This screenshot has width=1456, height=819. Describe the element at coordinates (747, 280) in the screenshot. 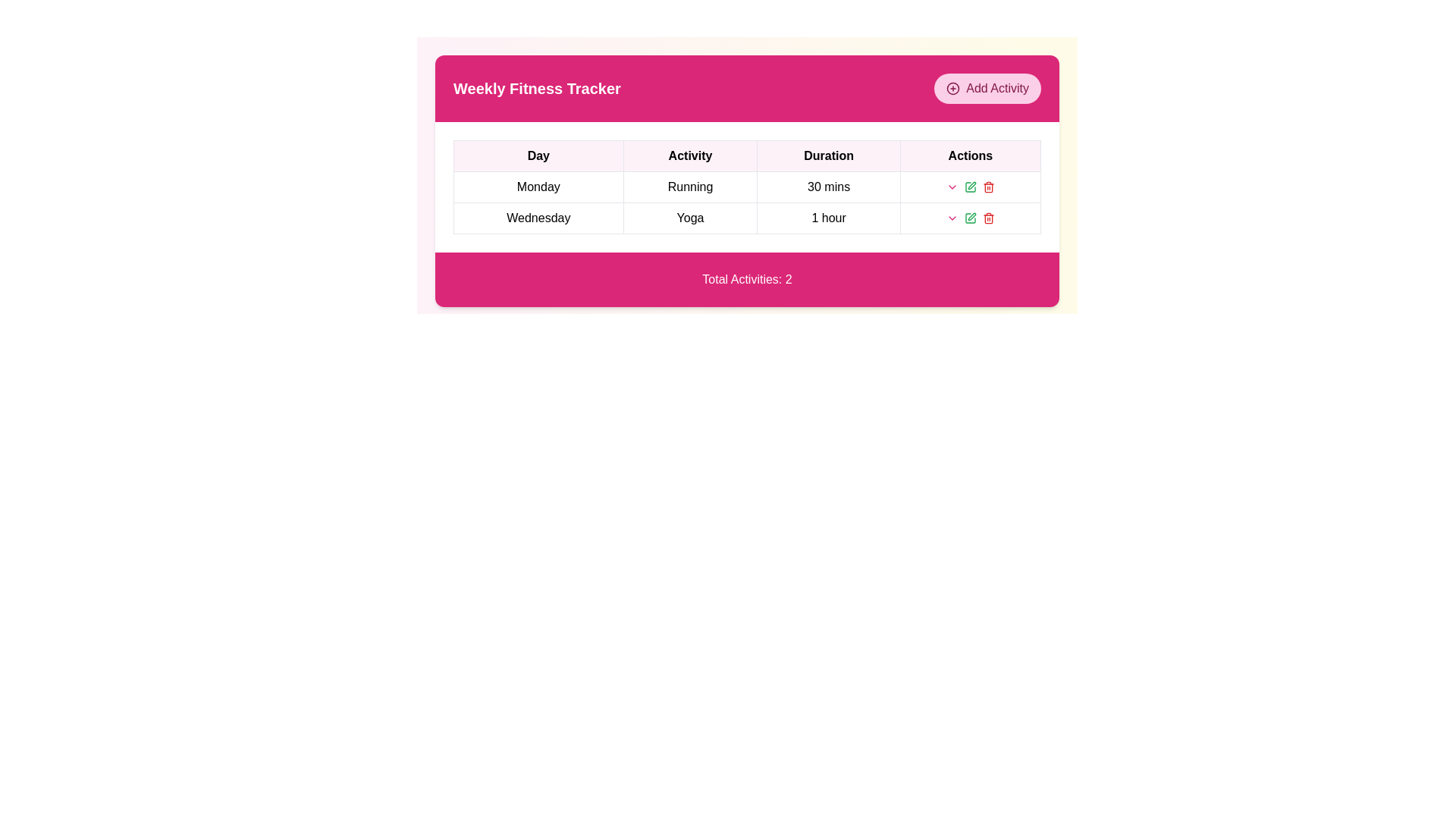

I see `the Informational Text Section that displays the total number of activities logged within the Weekly Fitness Tracker, located at the bottom of the section below the activities table` at that location.